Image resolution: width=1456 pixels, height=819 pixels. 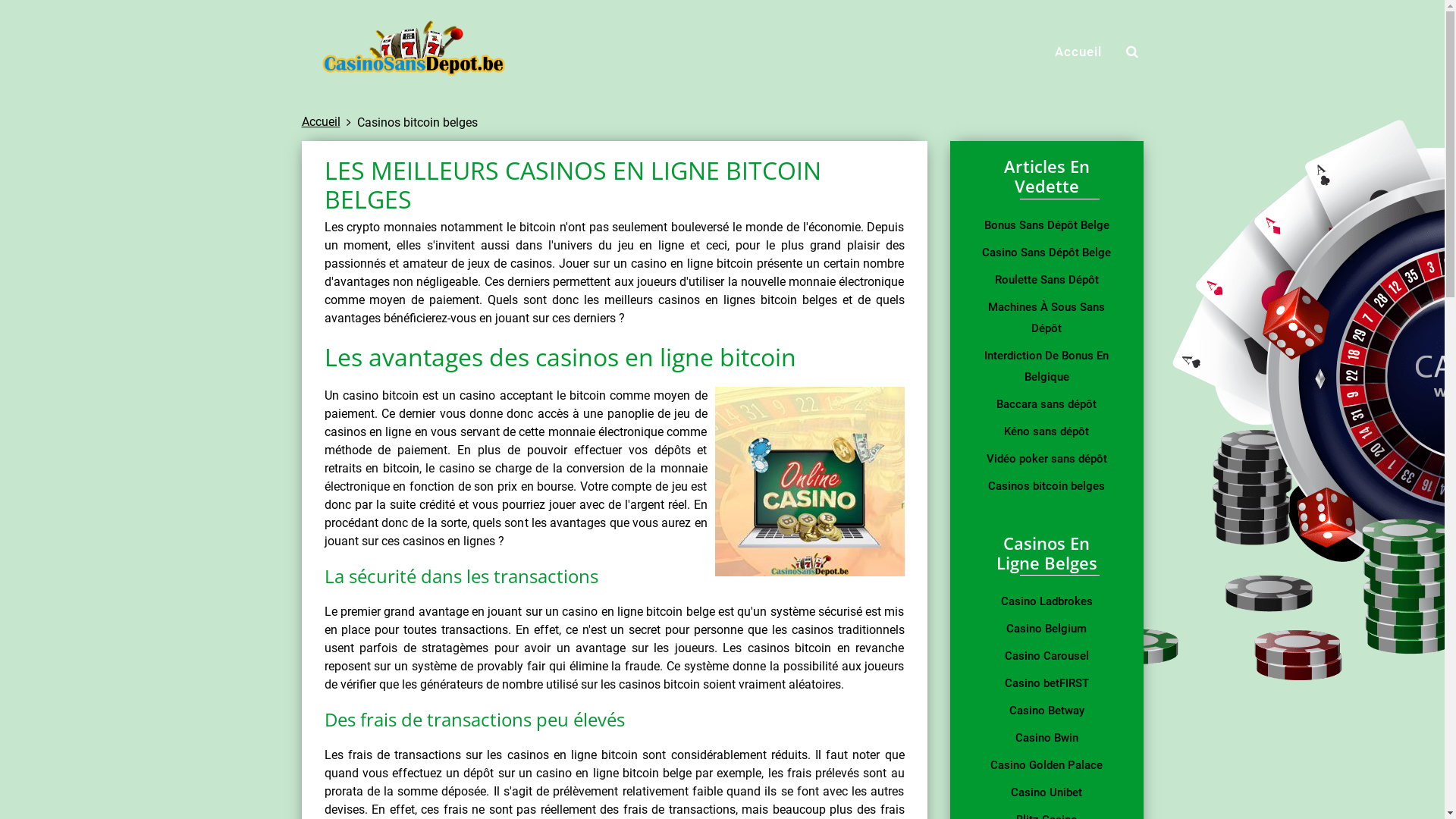 What do you see at coordinates (1045, 601) in the screenshot?
I see `'Casino Ladbrokes'` at bounding box center [1045, 601].